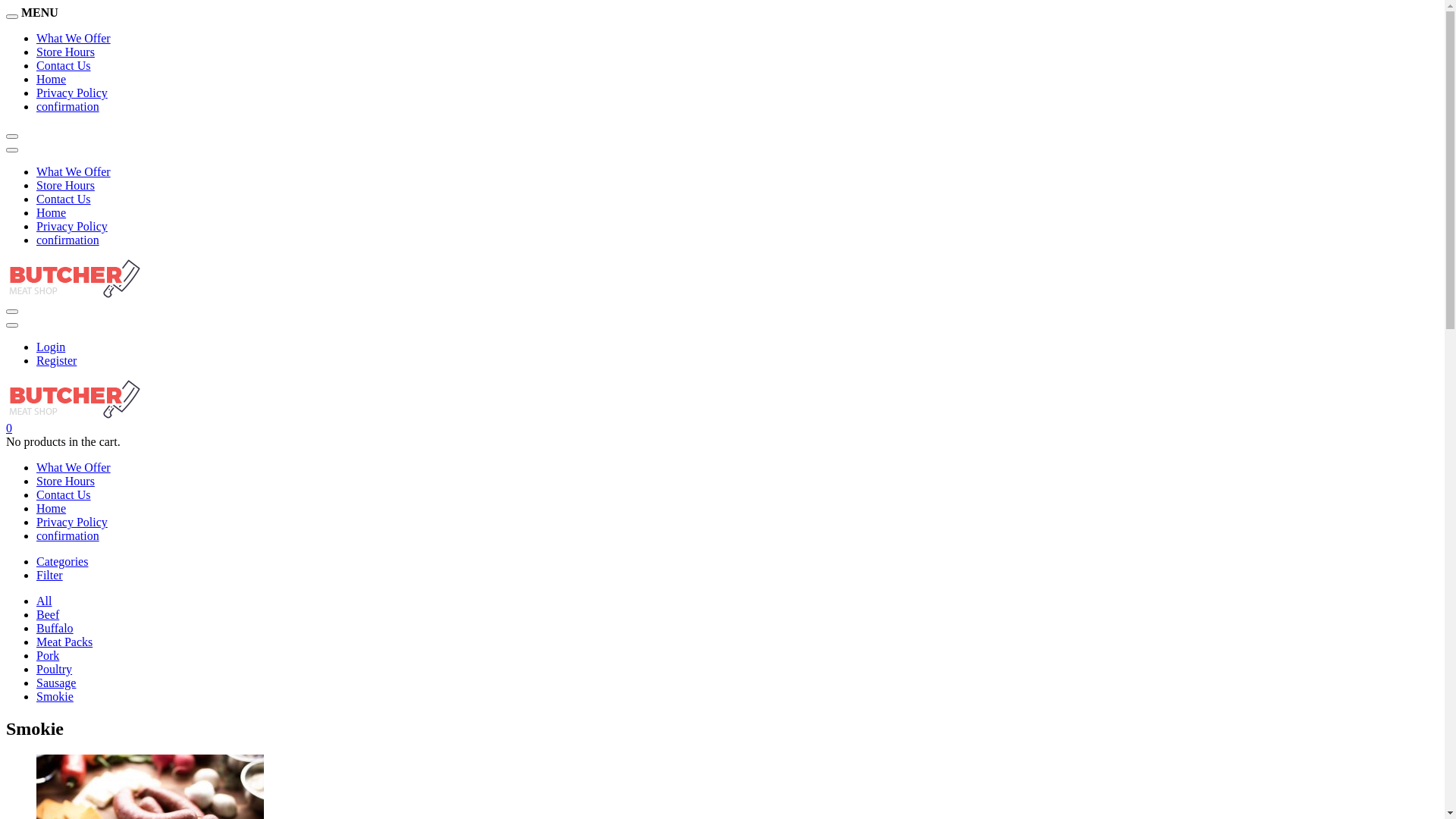  Describe the element at coordinates (67, 535) in the screenshot. I see `'confirmation'` at that location.